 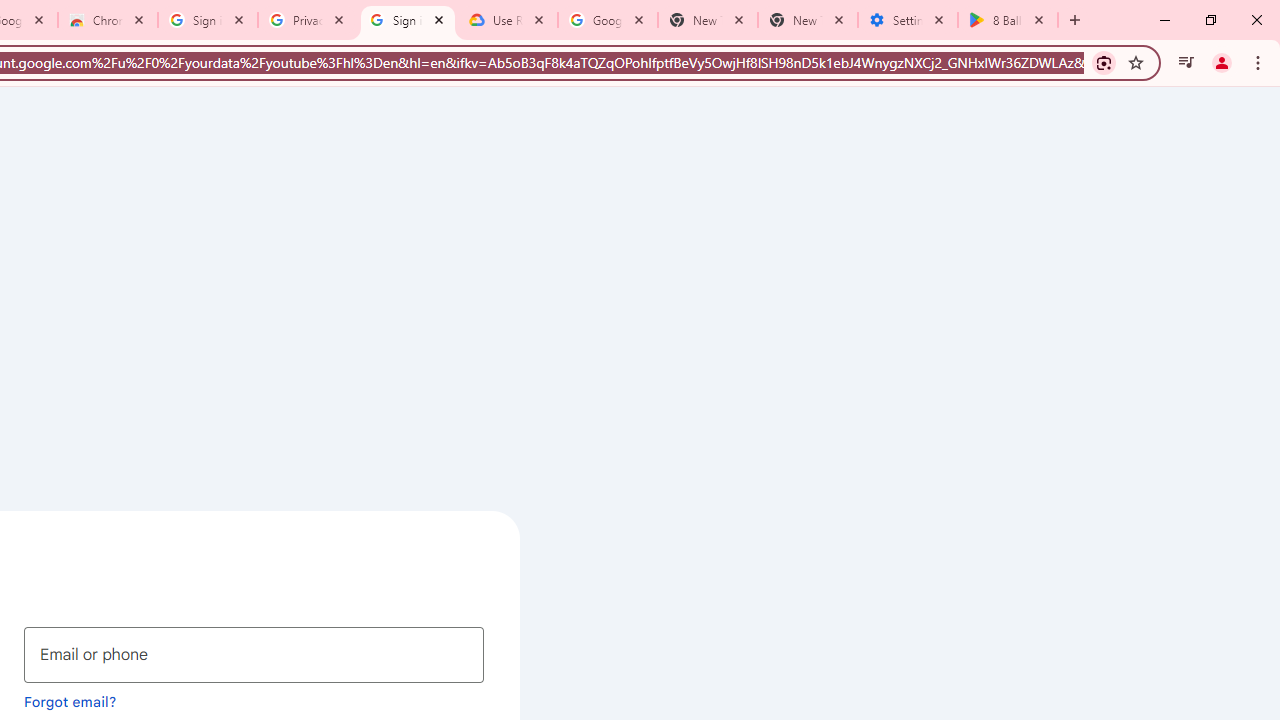 I want to click on '8 Ball Pool - Apps on Google Play', so click(x=1008, y=20).